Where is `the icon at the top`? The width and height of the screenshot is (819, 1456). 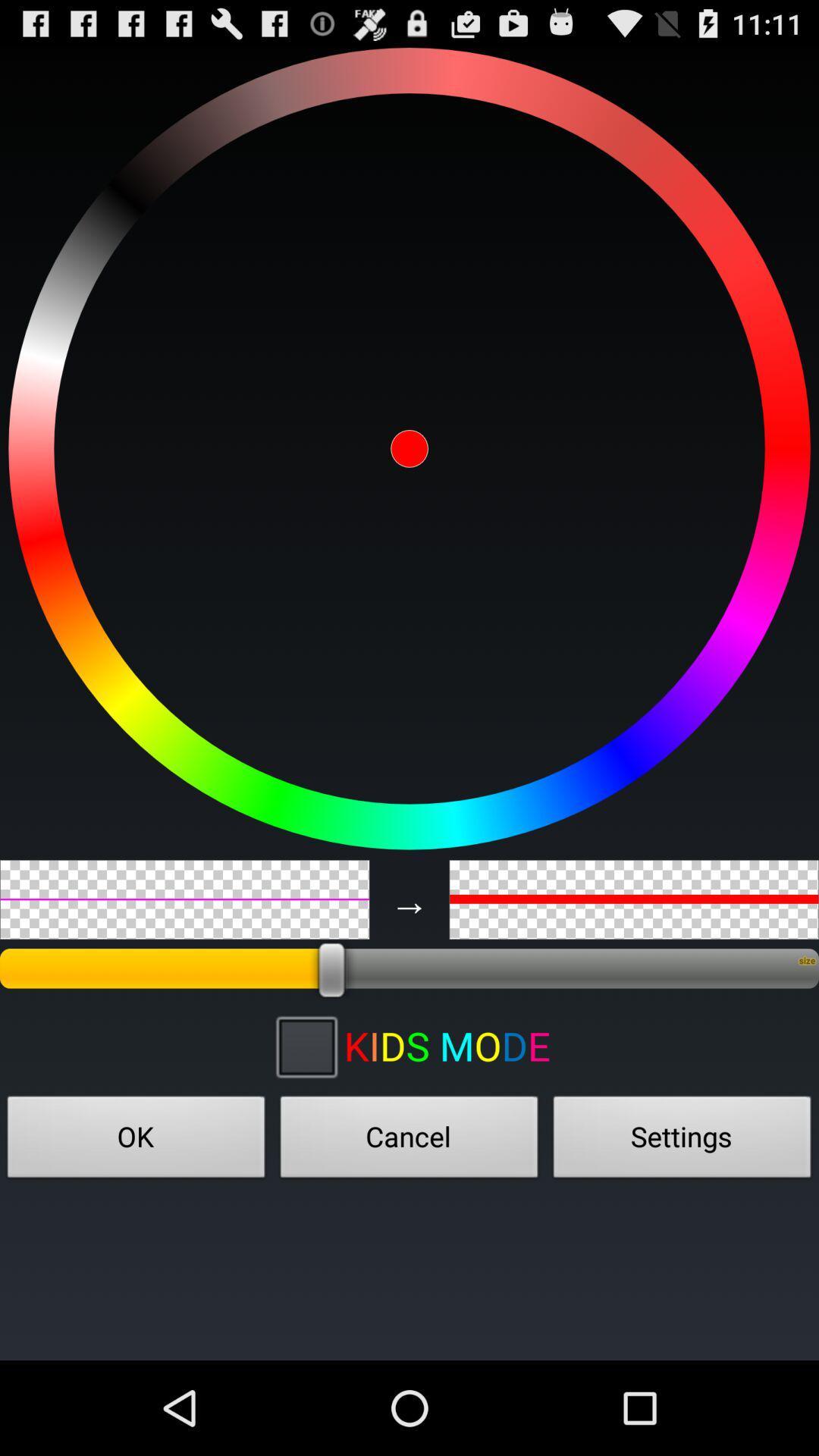
the icon at the top is located at coordinates (409, 447).